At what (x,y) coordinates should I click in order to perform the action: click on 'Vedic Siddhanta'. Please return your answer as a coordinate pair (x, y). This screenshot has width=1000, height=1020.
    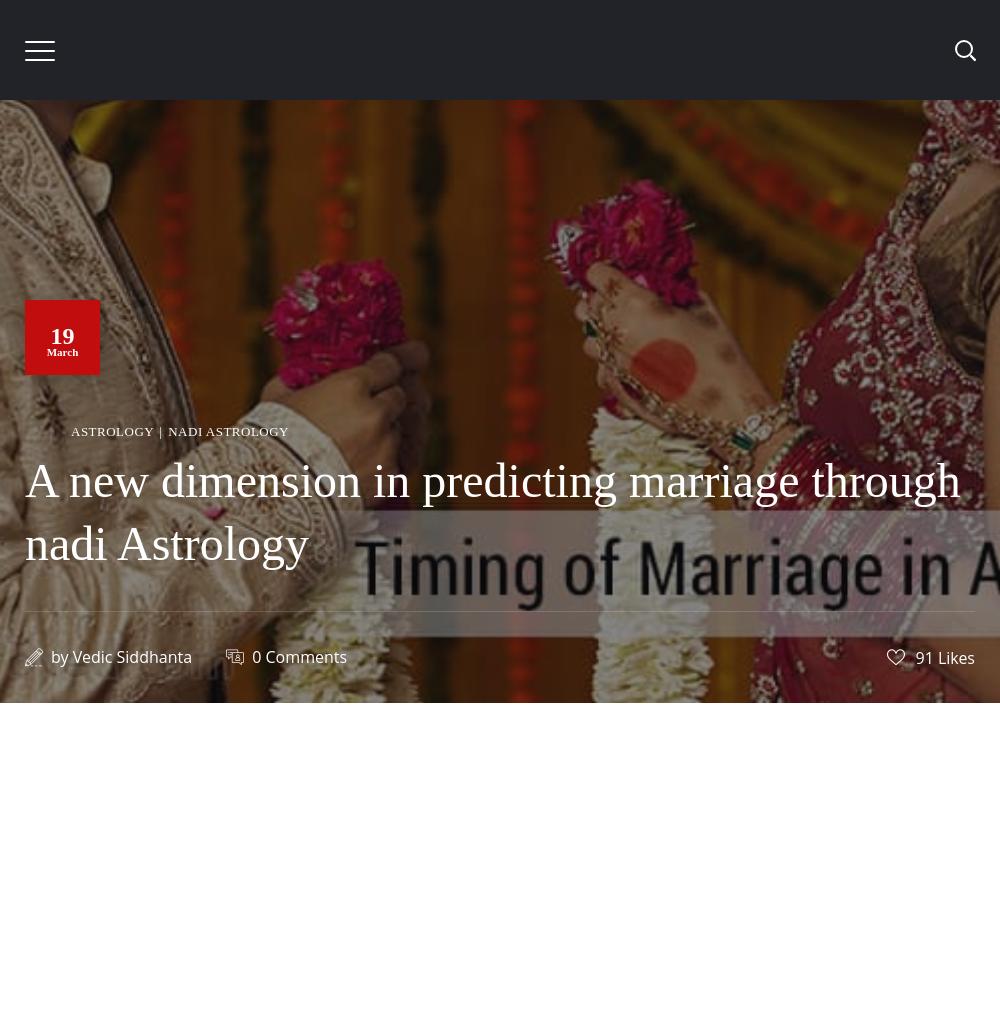
    Looking at the image, I should click on (132, 655).